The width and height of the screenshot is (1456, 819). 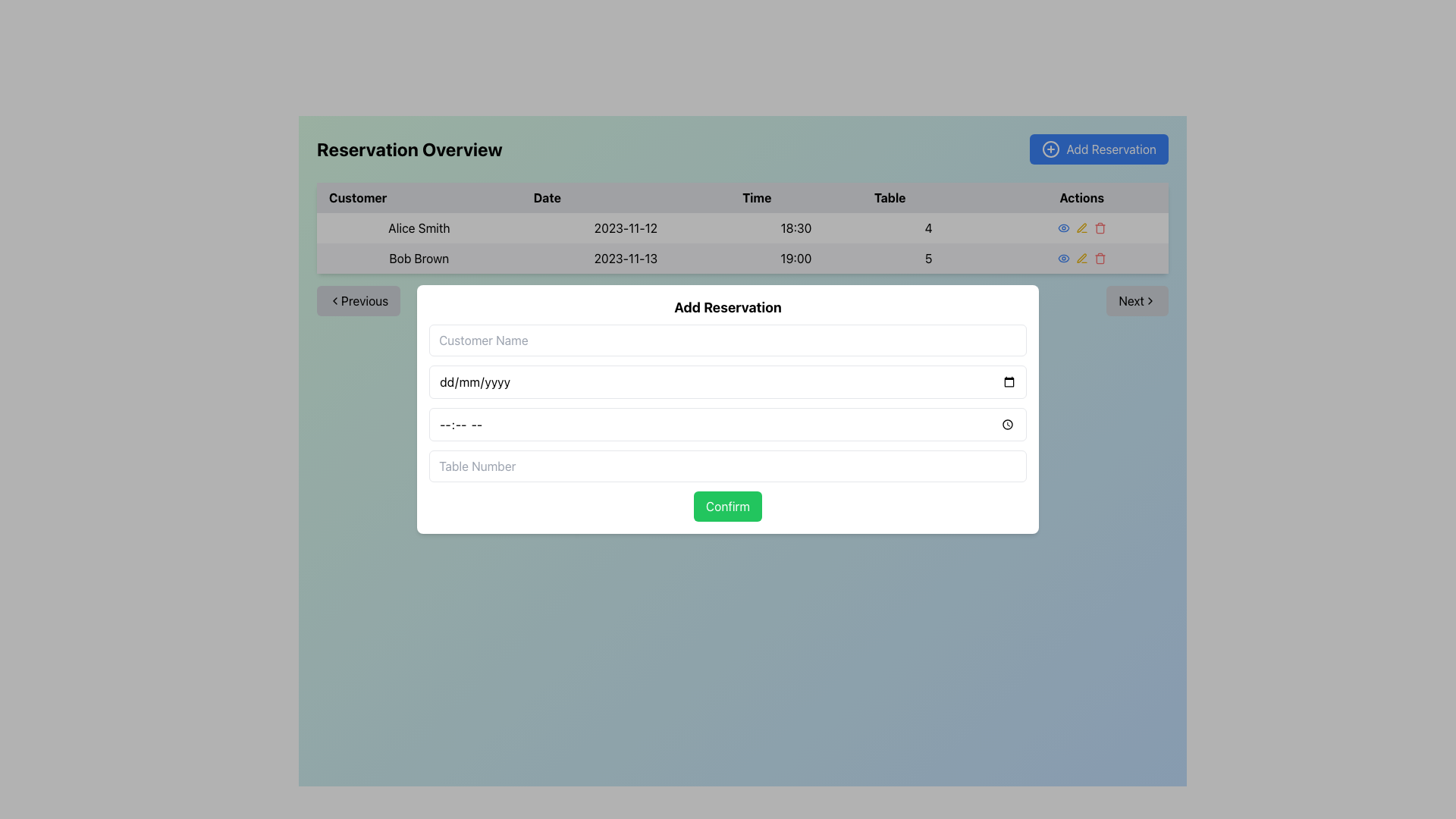 What do you see at coordinates (1062, 227) in the screenshot?
I see `the eye icon located under the 'Actions' column in the reservation table, aligned with the entry 'Bob Brown', to the left of the pencil (edit) icon` at bounding box center [1062, 227].